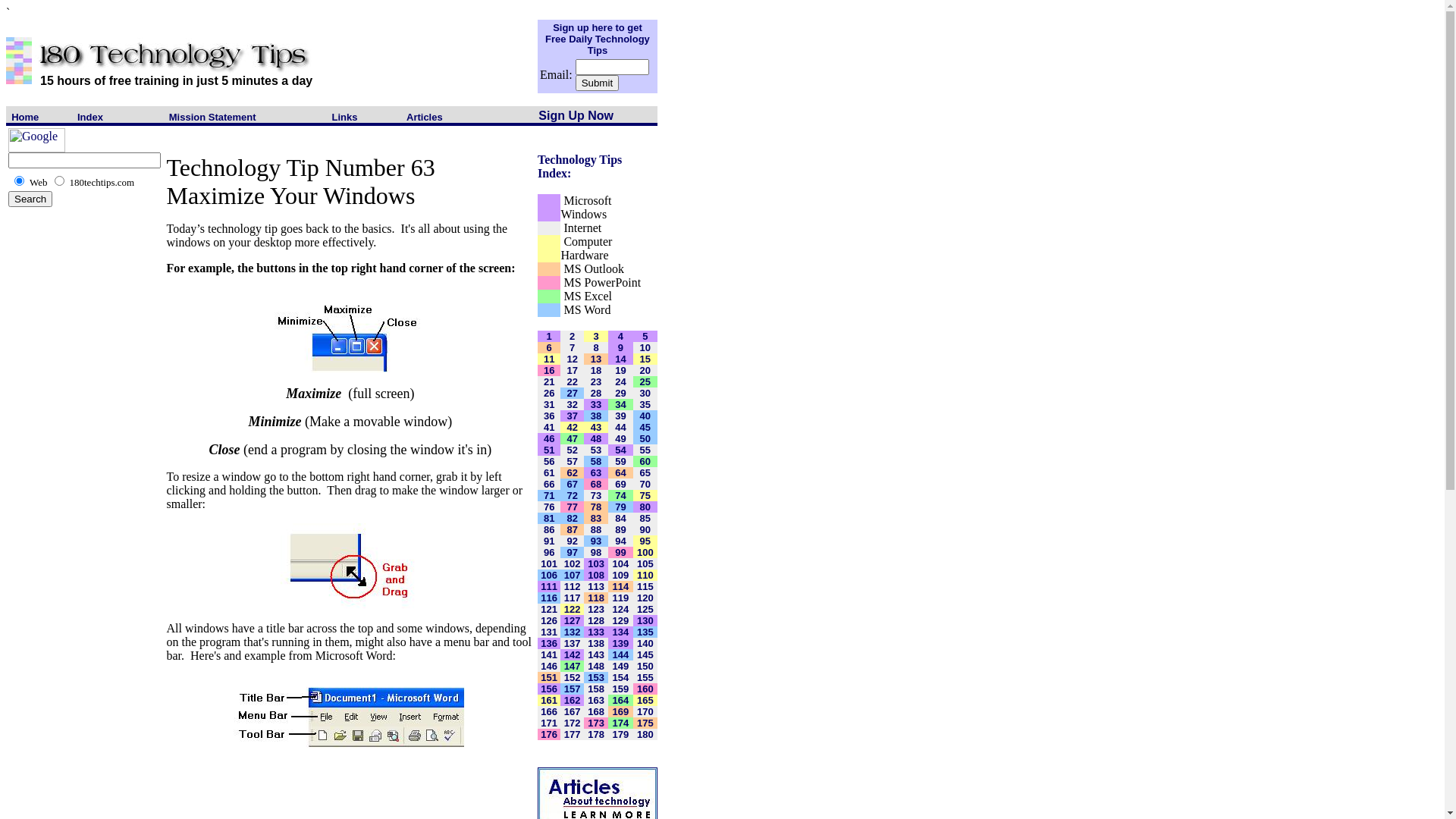  What do you see at coordinates (645, 688) in the screenshot?
I see `'160'` at bounding box center [645, 688].